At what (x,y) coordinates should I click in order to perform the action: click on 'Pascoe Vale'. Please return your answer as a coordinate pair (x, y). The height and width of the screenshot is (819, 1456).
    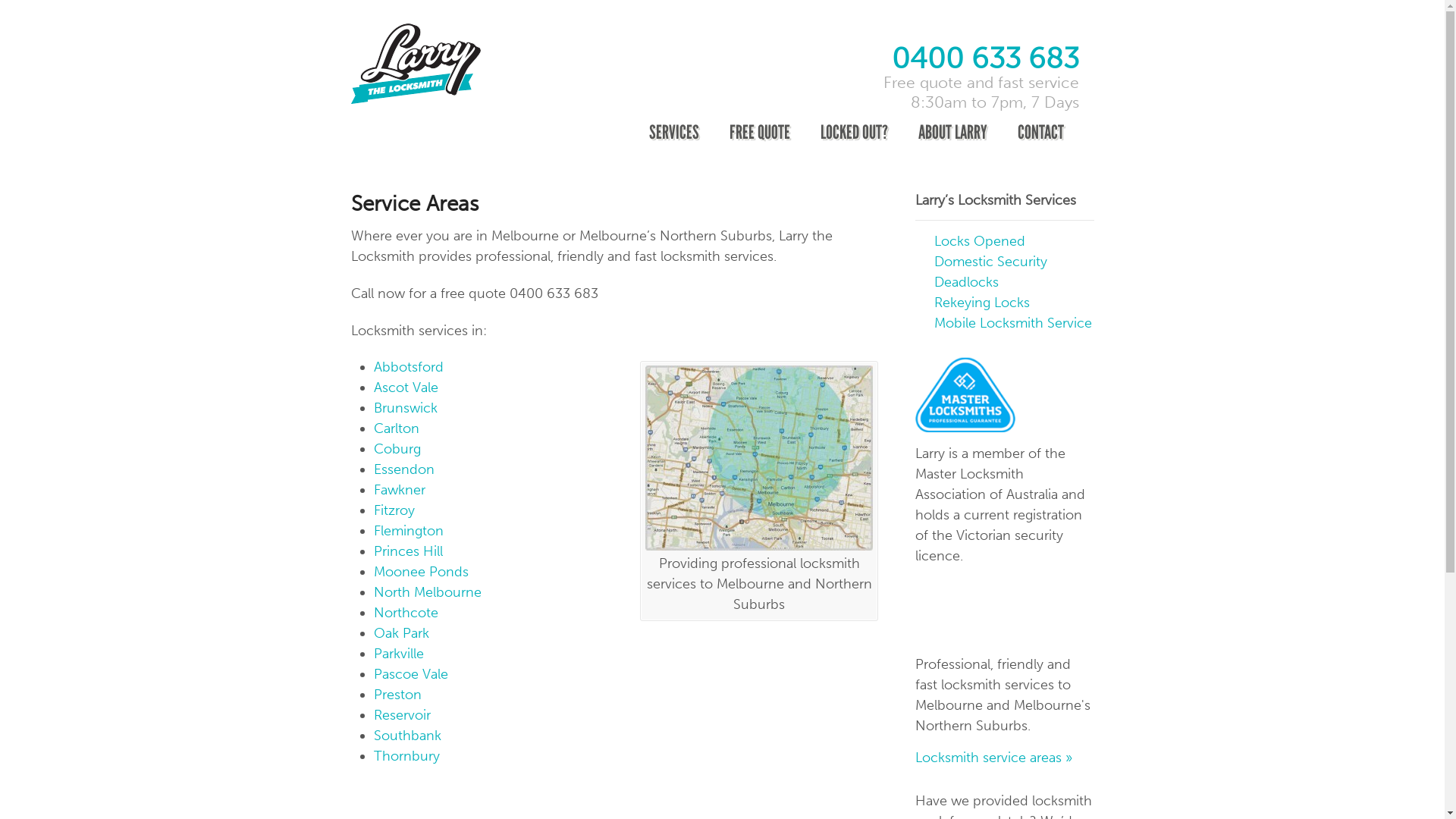
    Looking at the image, I should click on (410, 673).